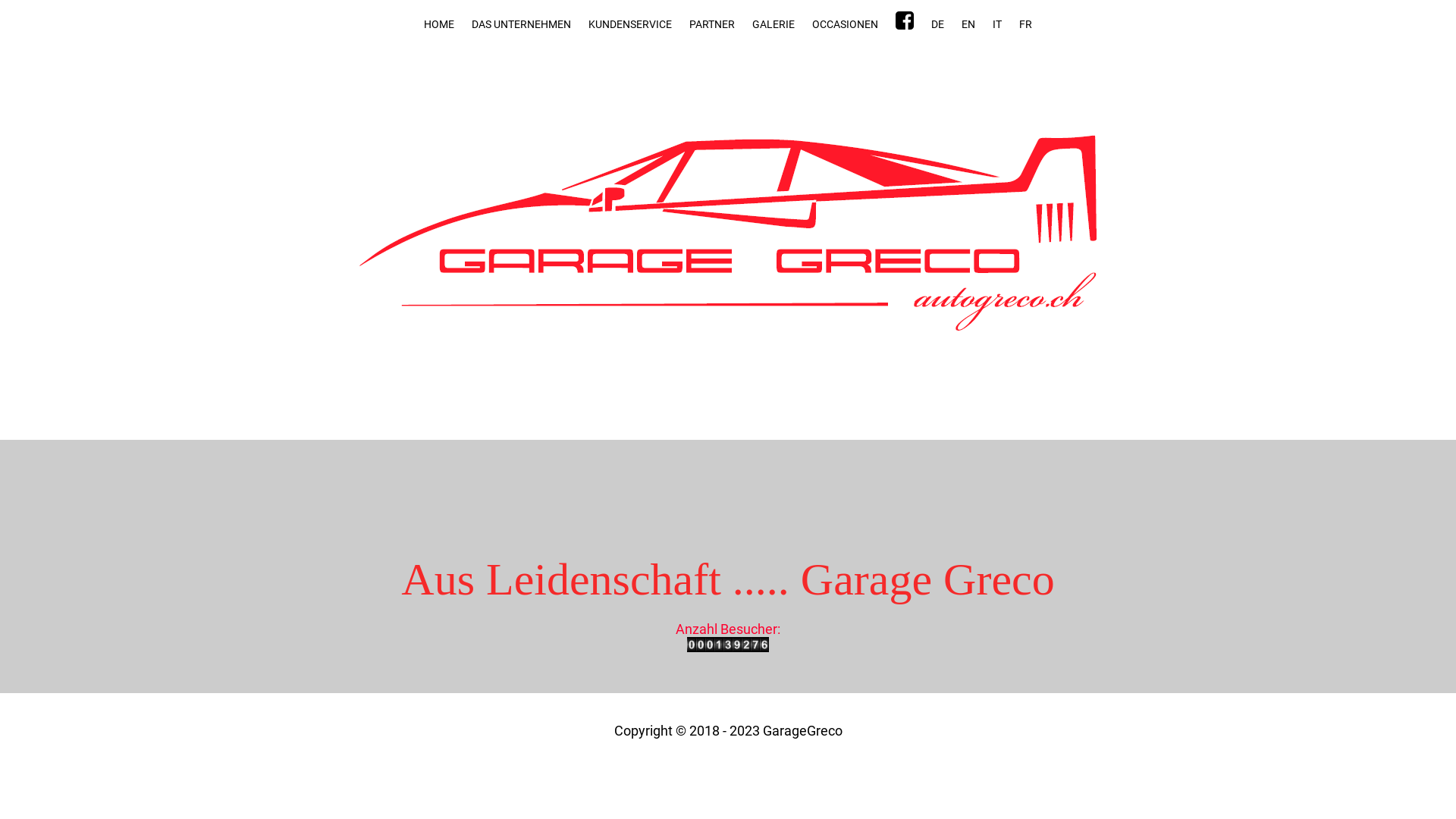 The image size is (1456, 819). I want to click on 'GALERIE', so click(773, 24).